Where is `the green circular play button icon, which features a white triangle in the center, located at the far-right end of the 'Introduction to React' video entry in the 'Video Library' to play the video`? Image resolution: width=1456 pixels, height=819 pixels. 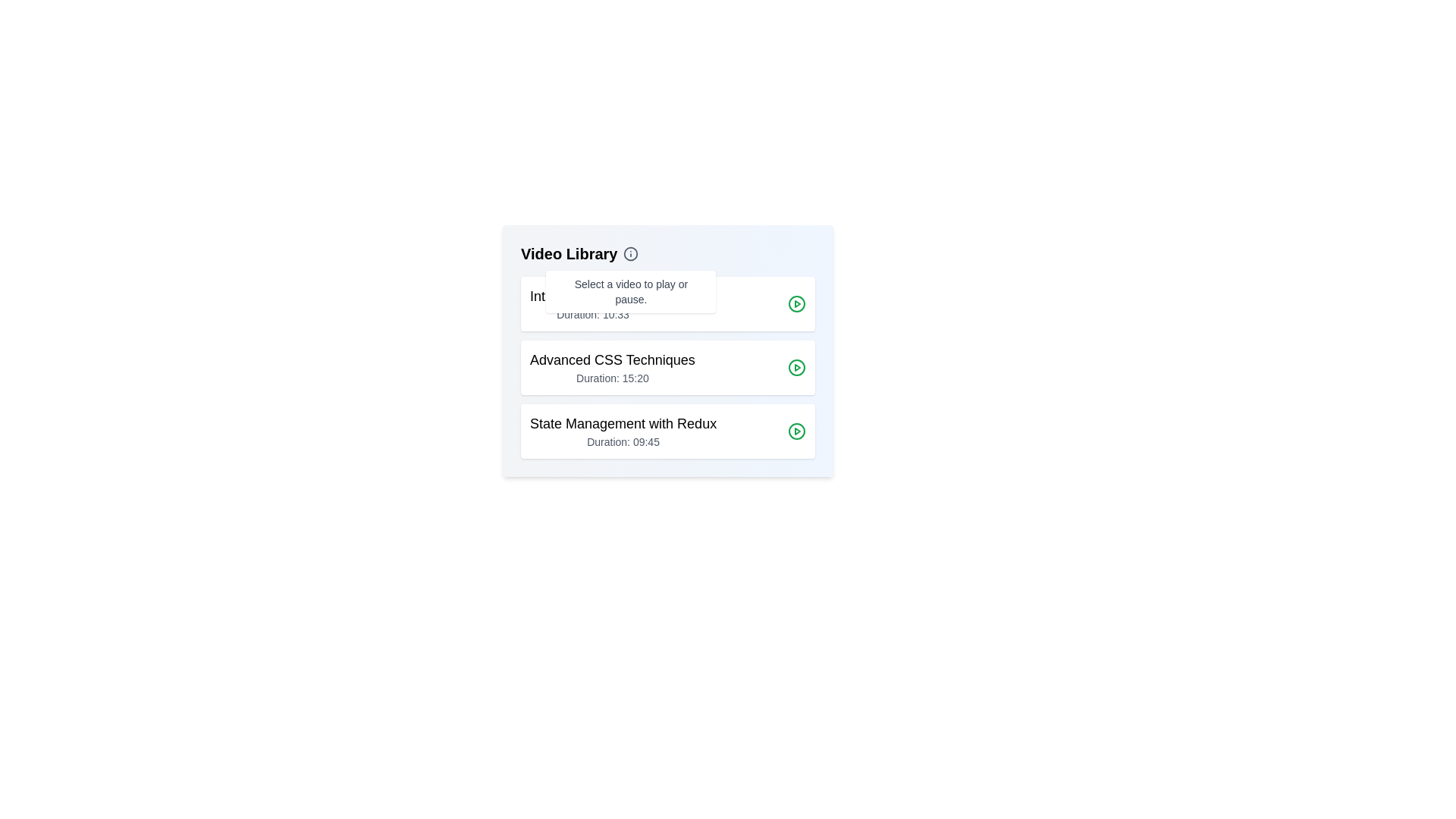 the green circular play button icon, which features a white triangle in the center, located at the far-right end of the 'Introduction to React' video entry in the 'Video Library' to play the video is located at coordinates (796, 304).